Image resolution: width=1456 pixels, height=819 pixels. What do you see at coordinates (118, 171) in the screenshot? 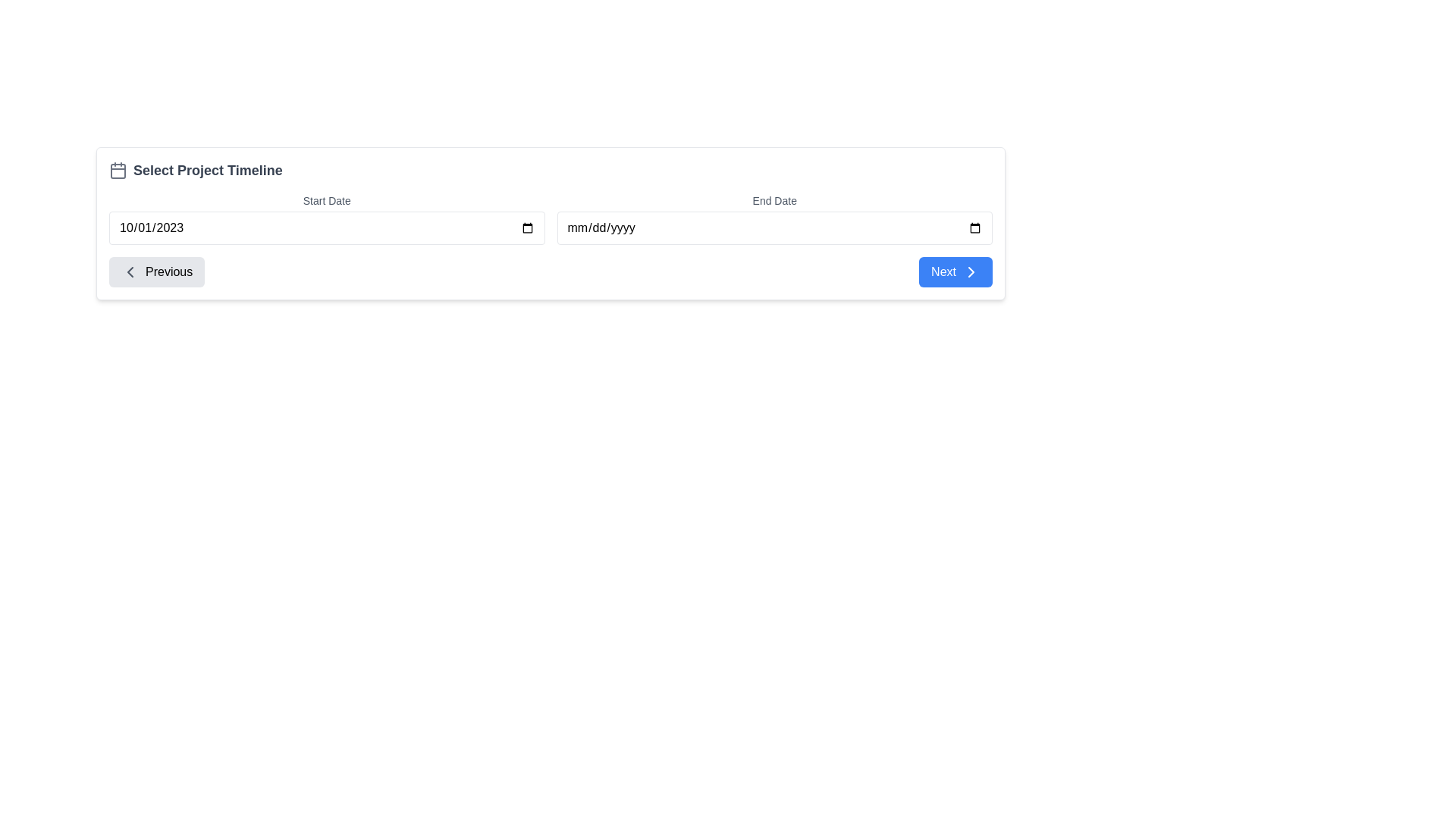
I see `the decorative graphical component within the calendar icon next to the 'Select Project Timeline' label` at bounding box center [118, 171].